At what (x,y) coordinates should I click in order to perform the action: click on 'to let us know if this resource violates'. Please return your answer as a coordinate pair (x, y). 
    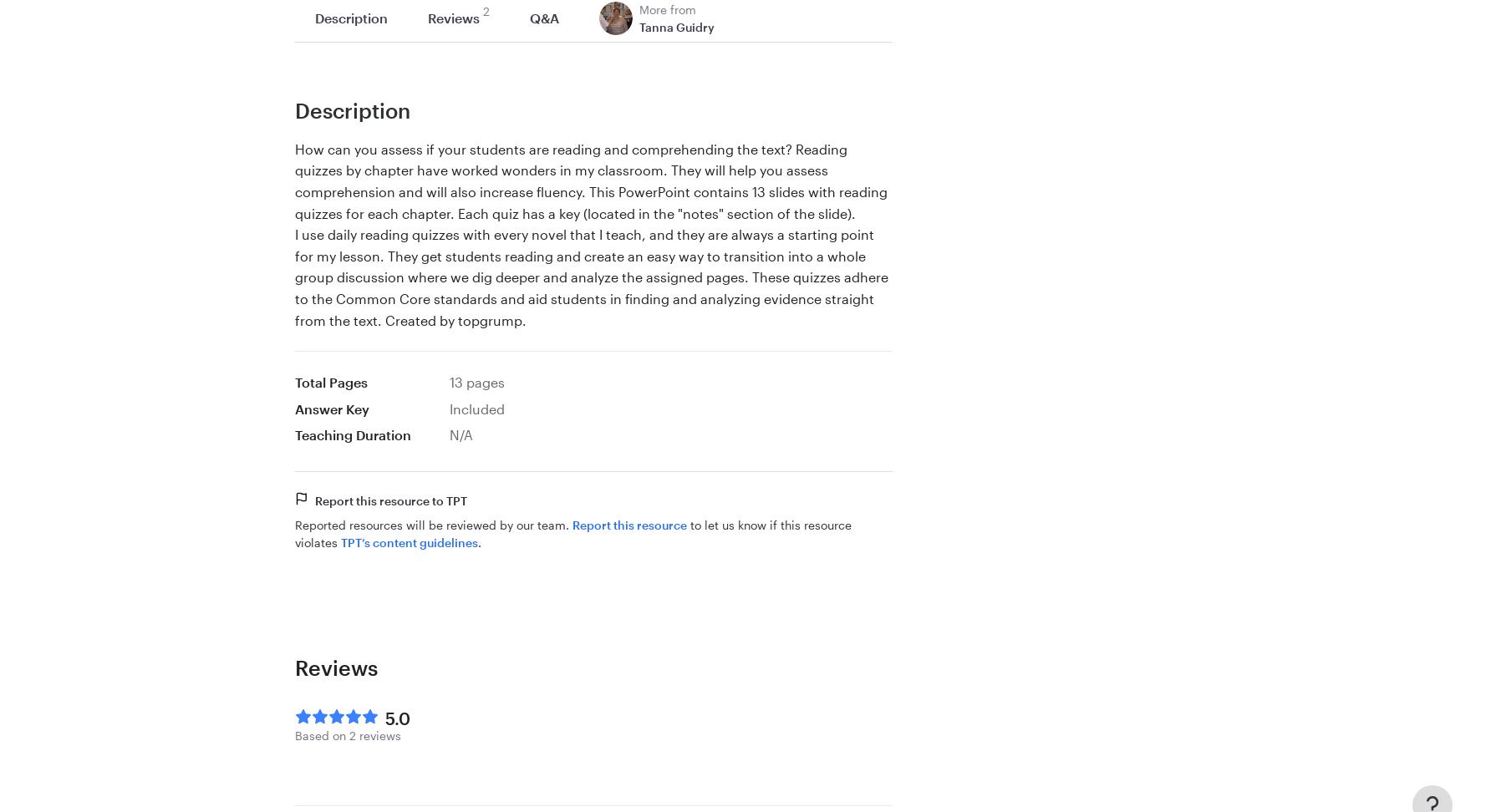
    Looking at the image, I should click on (573, 533).